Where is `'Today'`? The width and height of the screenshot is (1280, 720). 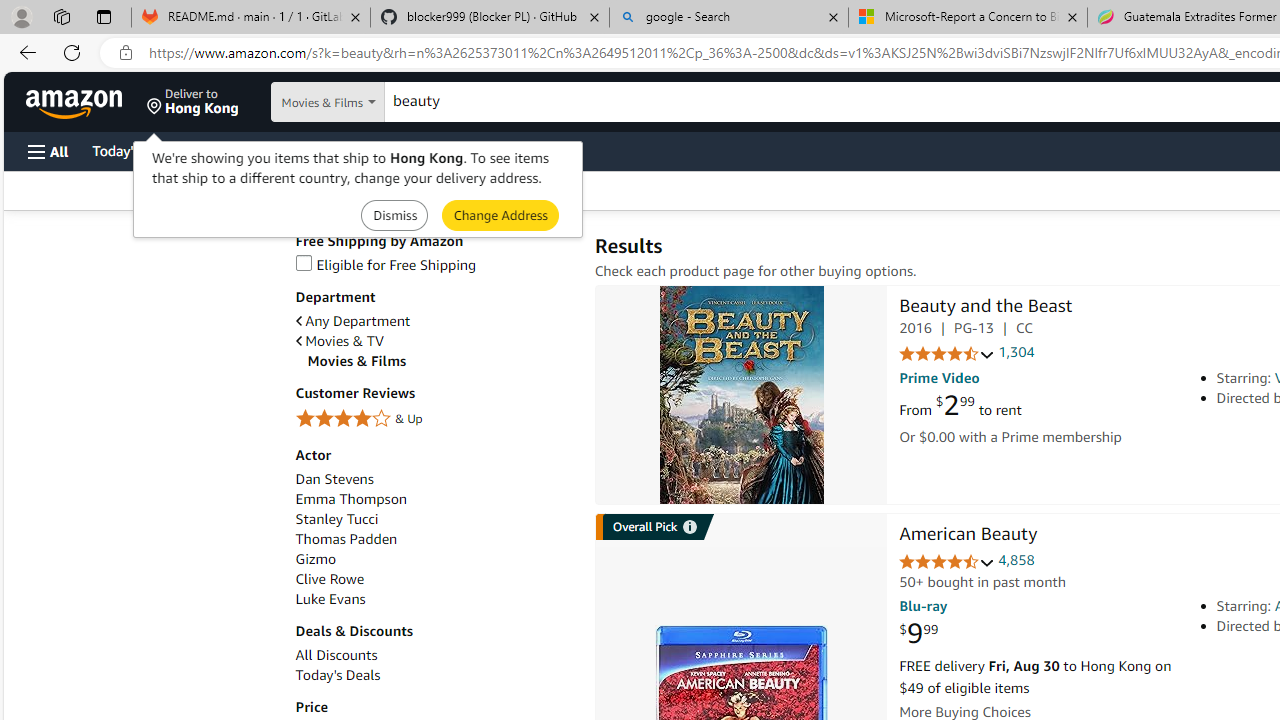
'Today' is located at coordinates (433, 675).